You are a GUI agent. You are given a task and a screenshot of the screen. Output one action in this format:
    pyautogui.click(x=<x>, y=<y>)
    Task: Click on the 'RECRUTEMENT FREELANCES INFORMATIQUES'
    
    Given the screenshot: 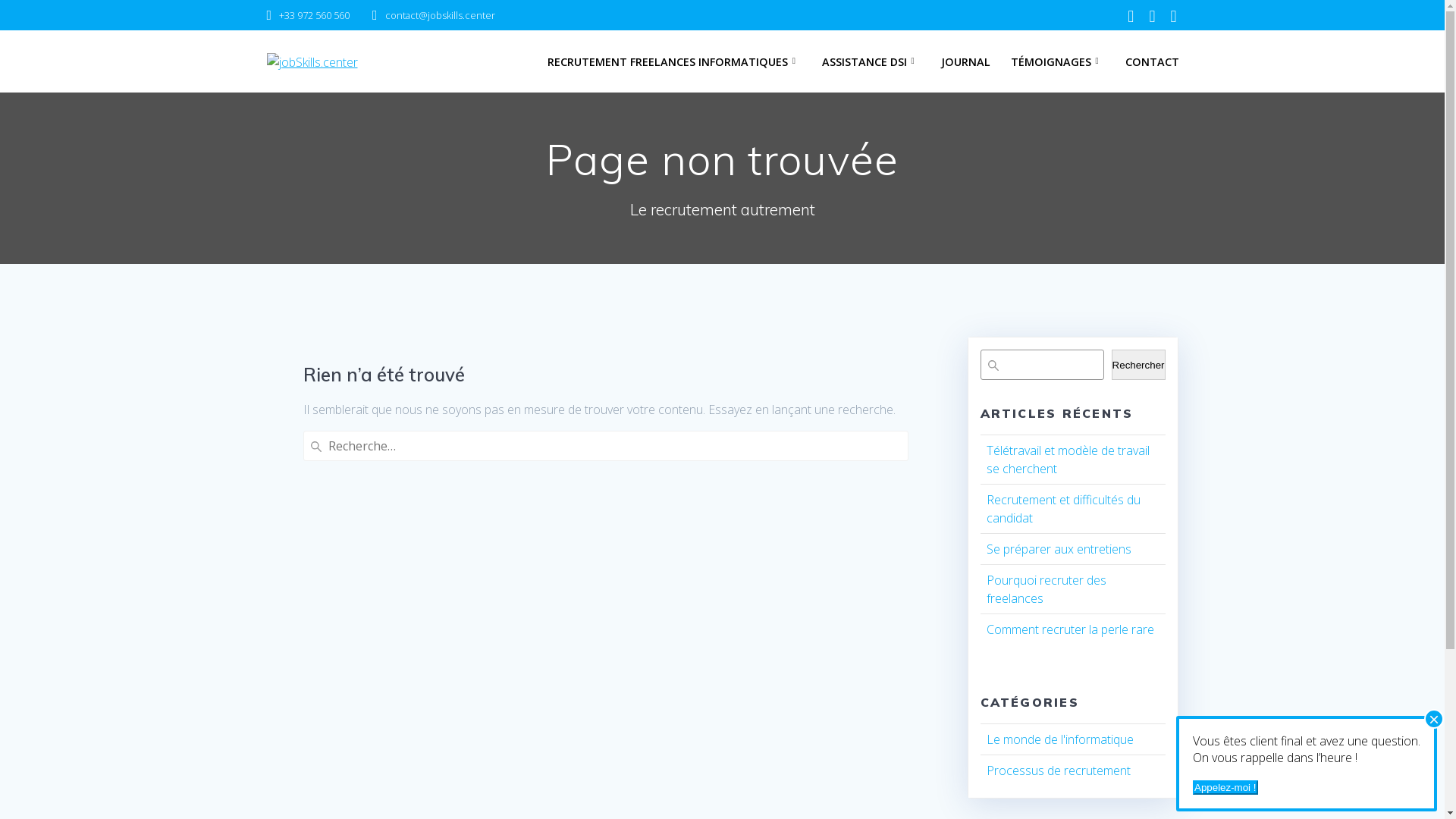 What is the action you would take?
    pyautogui.click(x=673, y=61)
    